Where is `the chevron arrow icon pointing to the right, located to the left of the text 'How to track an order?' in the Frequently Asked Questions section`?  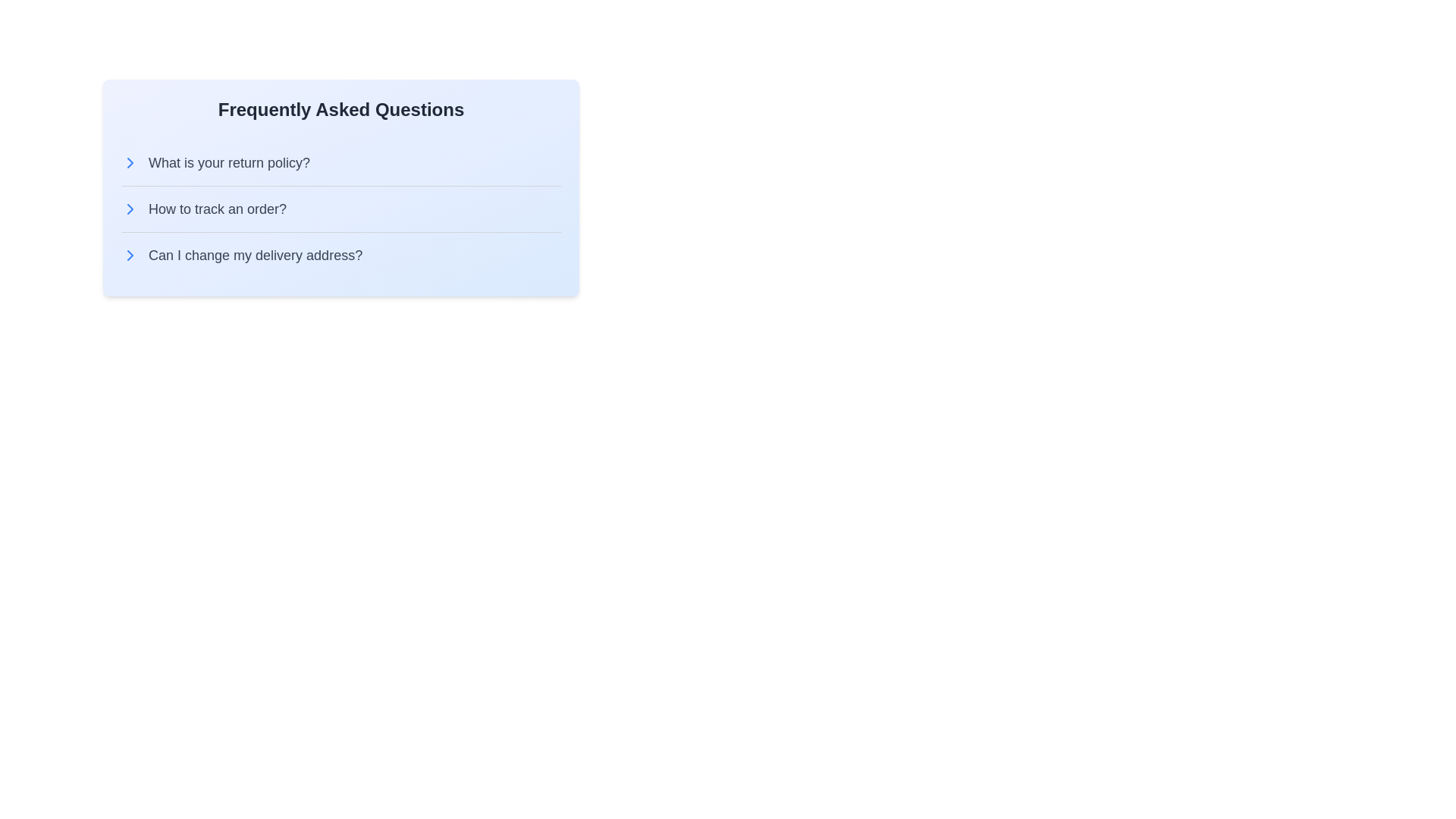 the chevron arrow icon pointing to the right, located to the left of the text 'How to track an order?' in the Frequently Asked Questions section is located at coordinates (130, 209).